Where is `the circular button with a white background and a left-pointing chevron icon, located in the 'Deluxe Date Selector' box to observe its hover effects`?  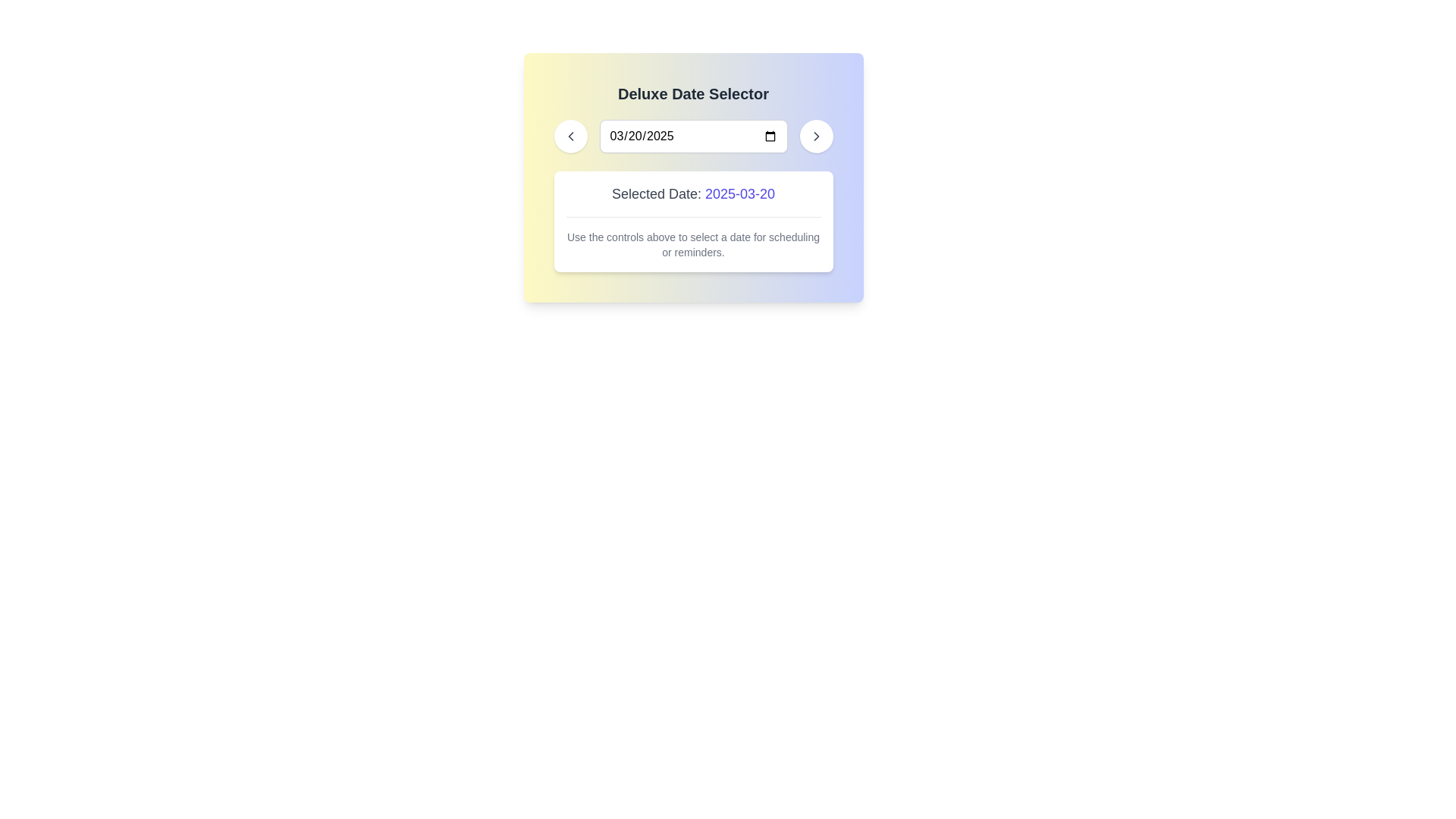
the circular button with a white background and a left-pointing chevron icon, located in the 'Deluxe Date Selector' box to observe its hover effects is located at coordinates (570, 136).